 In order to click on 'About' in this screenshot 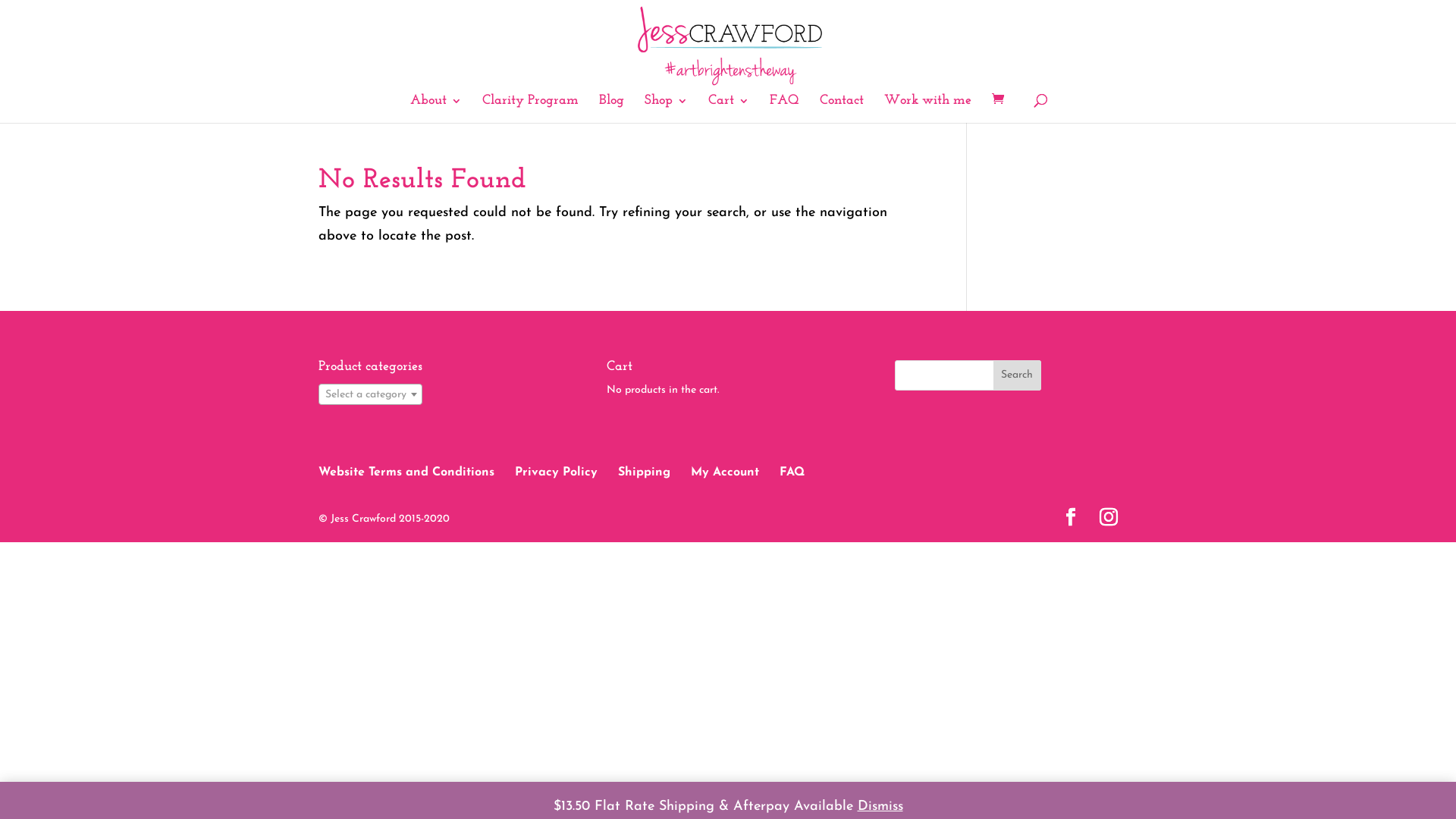, I will do `click(435, 108)`.